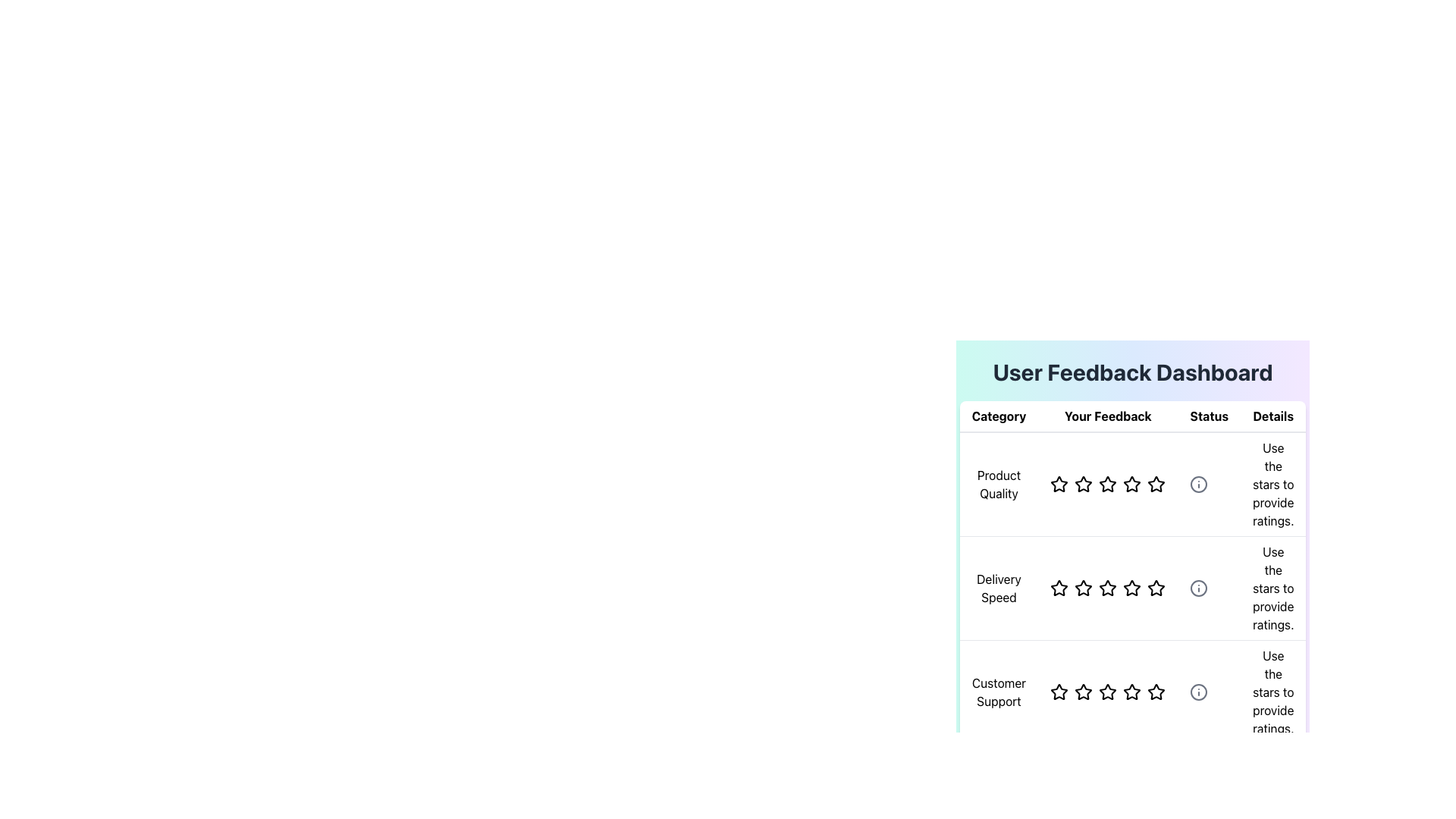 This screenshot has width=1456, height=819. I want to click on the circular information icon in the 'Details' column of the 'Delivery Speed' row in the 'User Feedback Dashboard' table, so click(1198, 587).